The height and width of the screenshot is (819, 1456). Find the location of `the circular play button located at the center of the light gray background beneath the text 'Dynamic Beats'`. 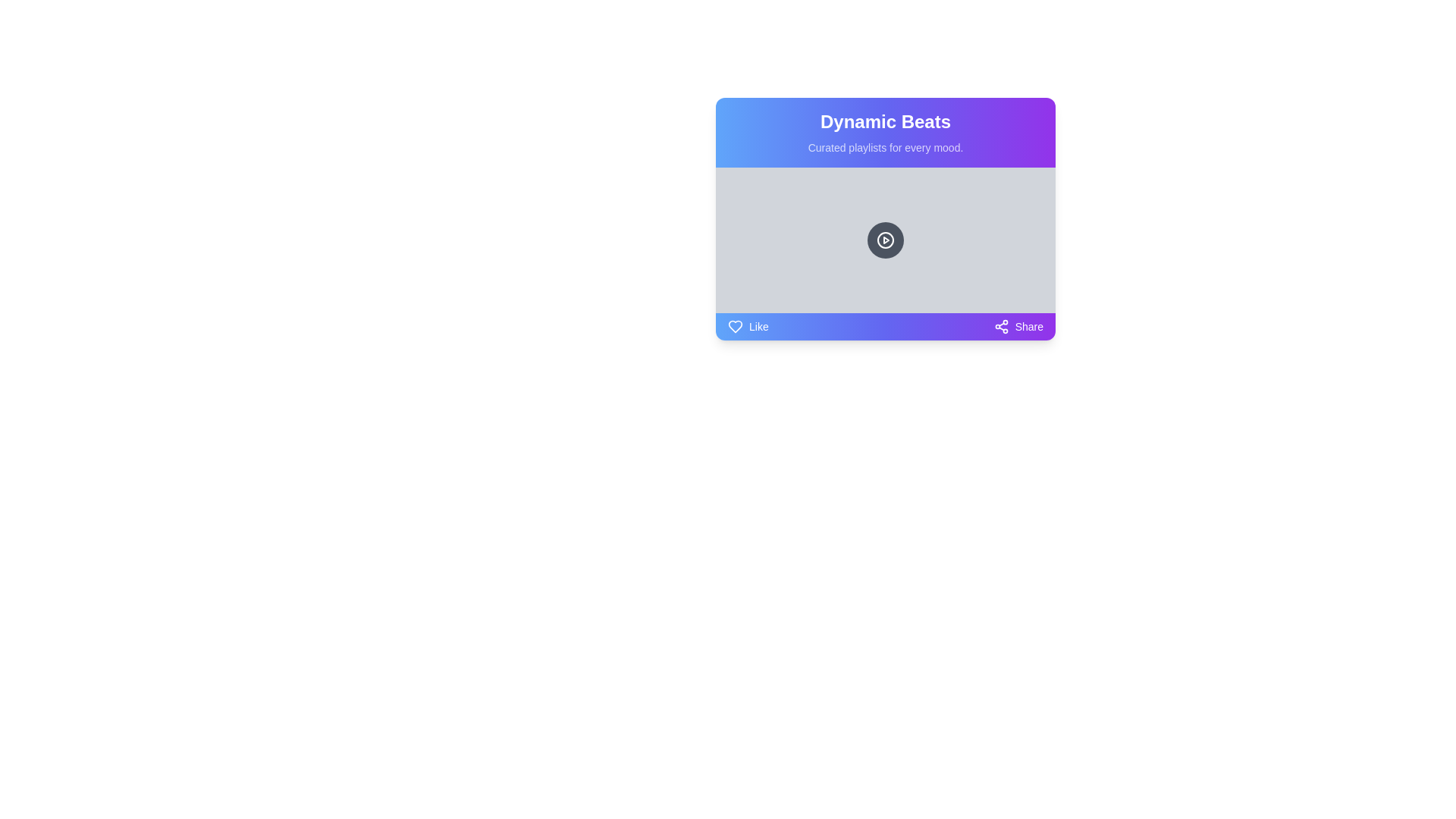

the circular play button located at the center of the light gray background beneath the text 'Dynamic Beats' is located at coordinates (885, 239).